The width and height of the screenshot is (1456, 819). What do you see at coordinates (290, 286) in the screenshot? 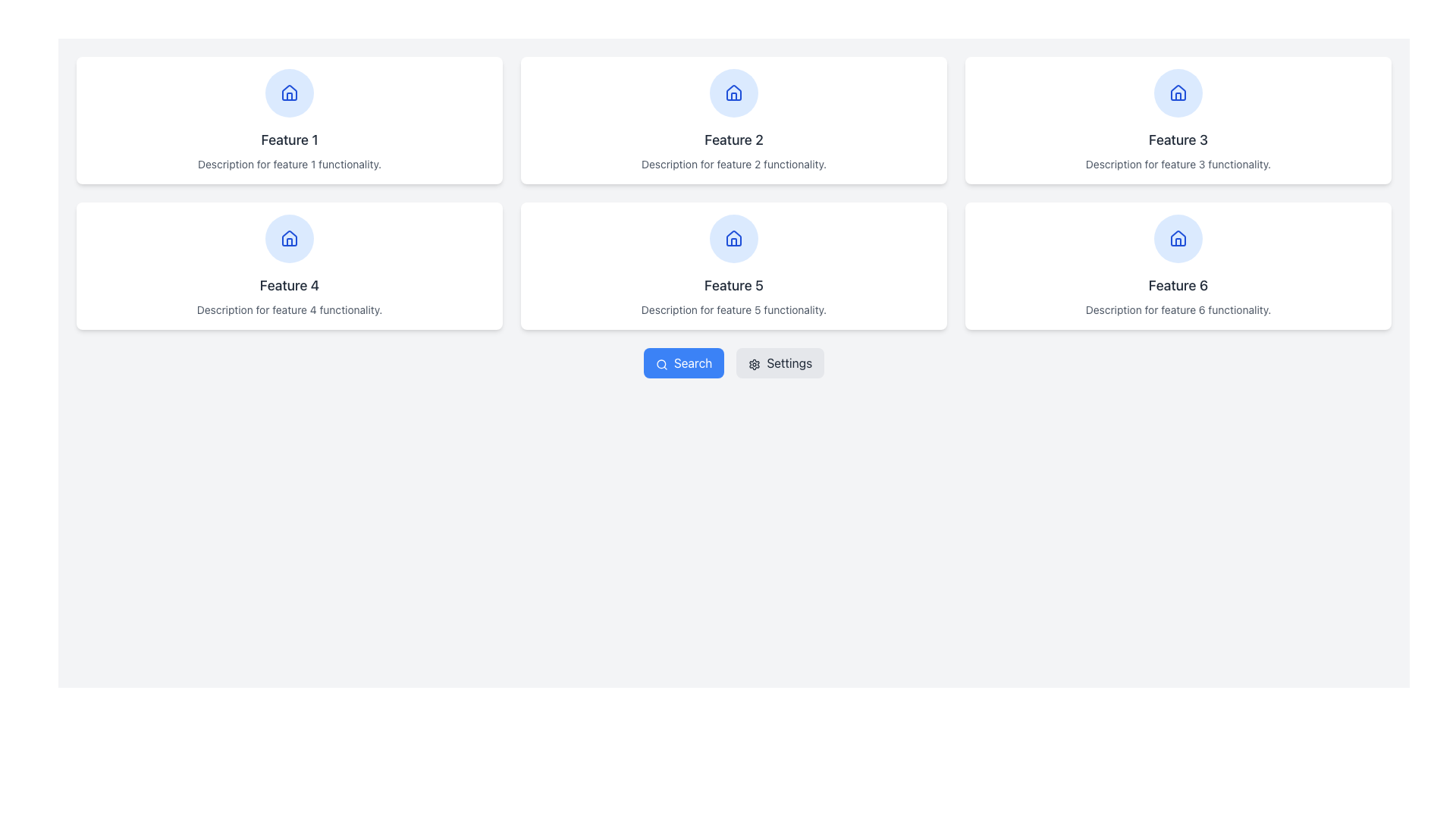
I see `text content of the title label located at the bottom center of the fourth card in a grid layout of six cards, which summarizes the feature represented by the card` at bounding box center [290, 286].